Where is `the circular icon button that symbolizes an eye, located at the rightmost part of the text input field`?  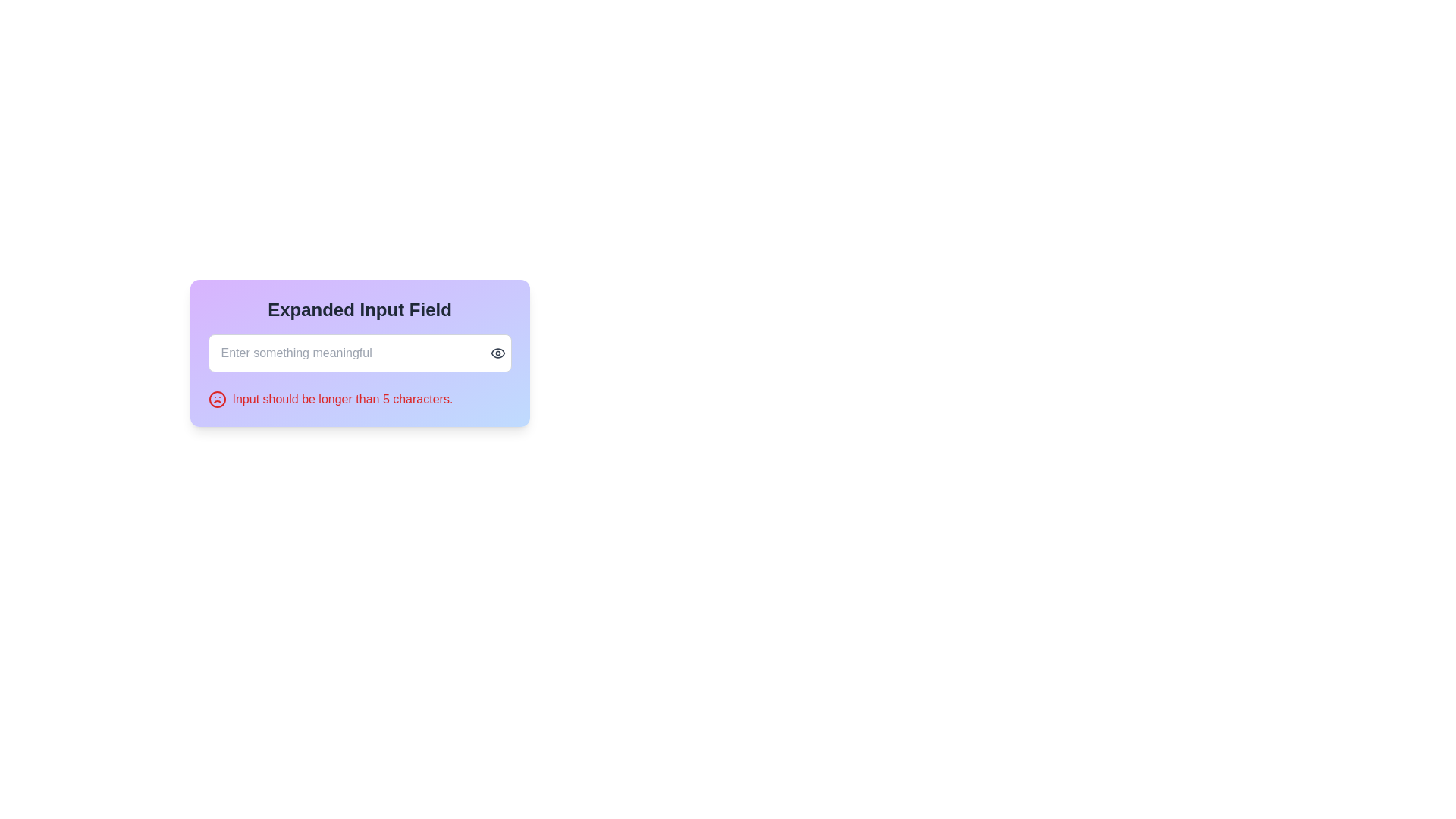
the circular icon button that symbolizes an eye, located at the rightmost part of the text input field is located at coordinates (497, 353).